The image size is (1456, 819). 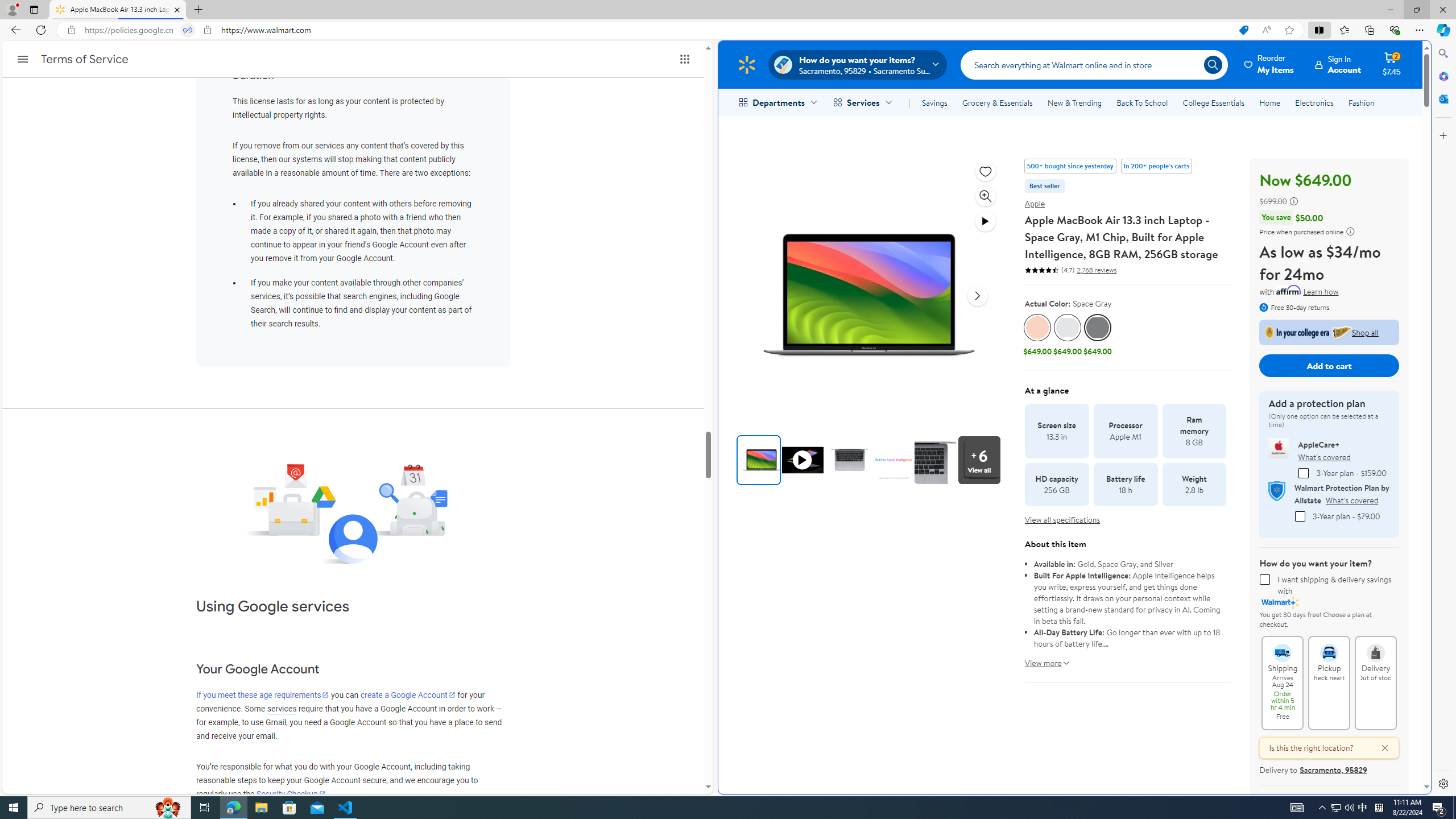 What do you see at coordinates (1338, 64) in the screenshot?
I see `'Sign In Account'` at bounding box center [1338, 64].